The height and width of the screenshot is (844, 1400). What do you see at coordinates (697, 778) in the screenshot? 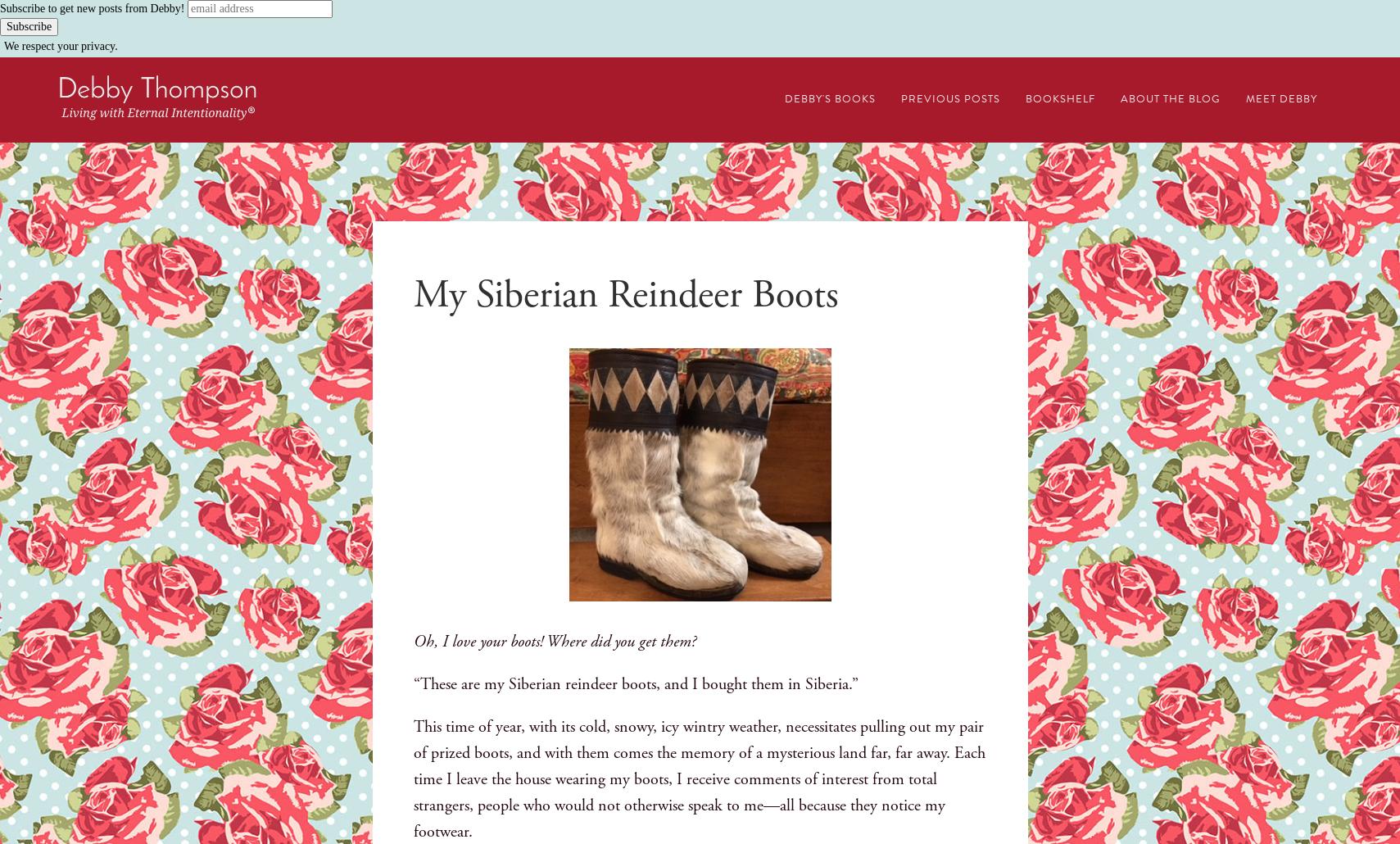
I see `'This time of year, with its cold, snowy, icy wintry weather, necessitates pulling out my pair of prized boots, and with them comes the memory of a mysterious land far, far away. Each time I leave the house wearing my boots, I receive comments of interest from total strangers, people who would not otherwise speak to me—all because they notice my footwear.'` at bounding box center [697, 778].